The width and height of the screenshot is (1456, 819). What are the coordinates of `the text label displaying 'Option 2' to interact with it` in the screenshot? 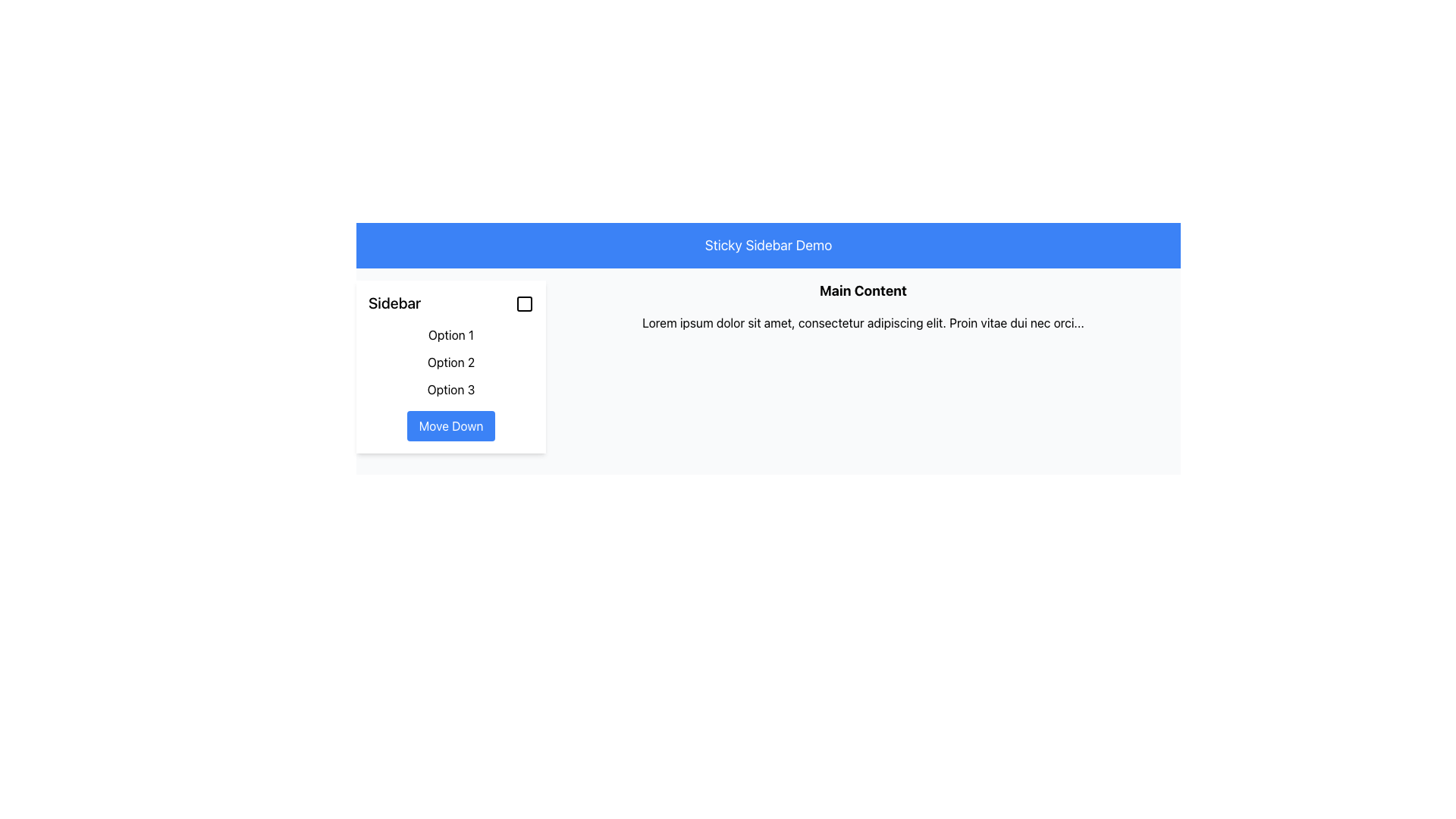 It's located at (450, 362).